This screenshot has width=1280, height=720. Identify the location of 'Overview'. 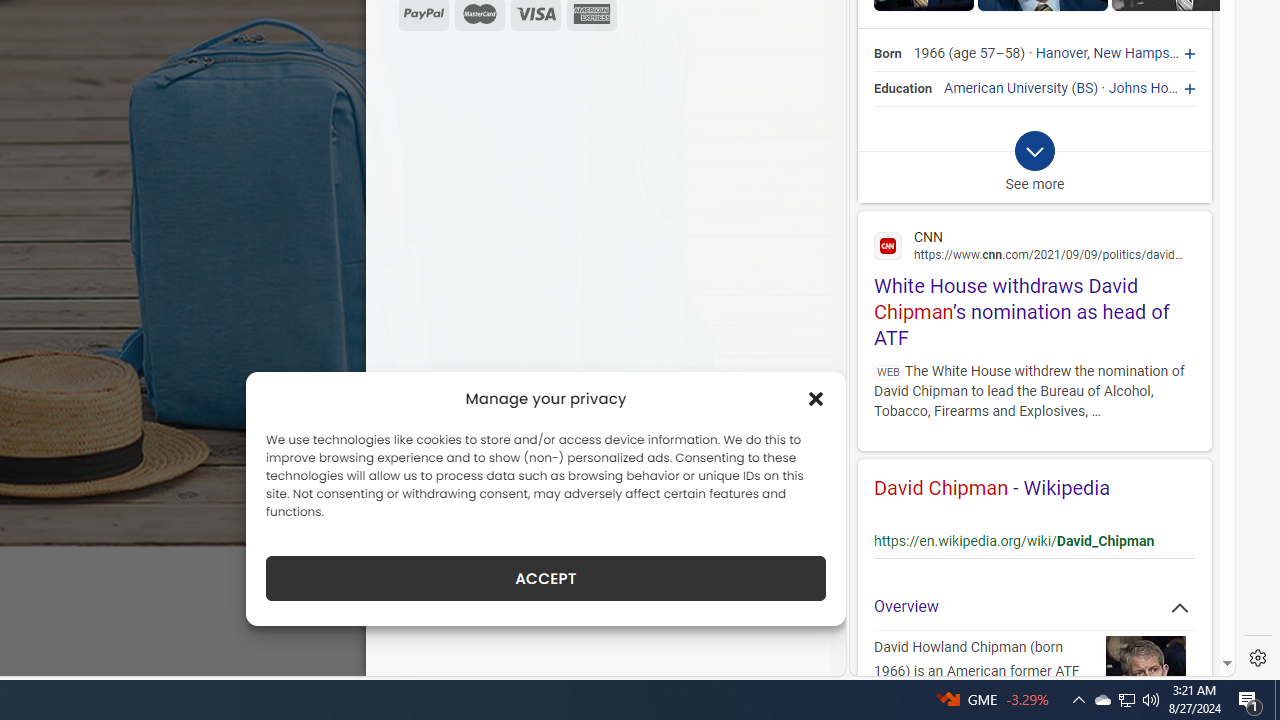
(1034, 606).